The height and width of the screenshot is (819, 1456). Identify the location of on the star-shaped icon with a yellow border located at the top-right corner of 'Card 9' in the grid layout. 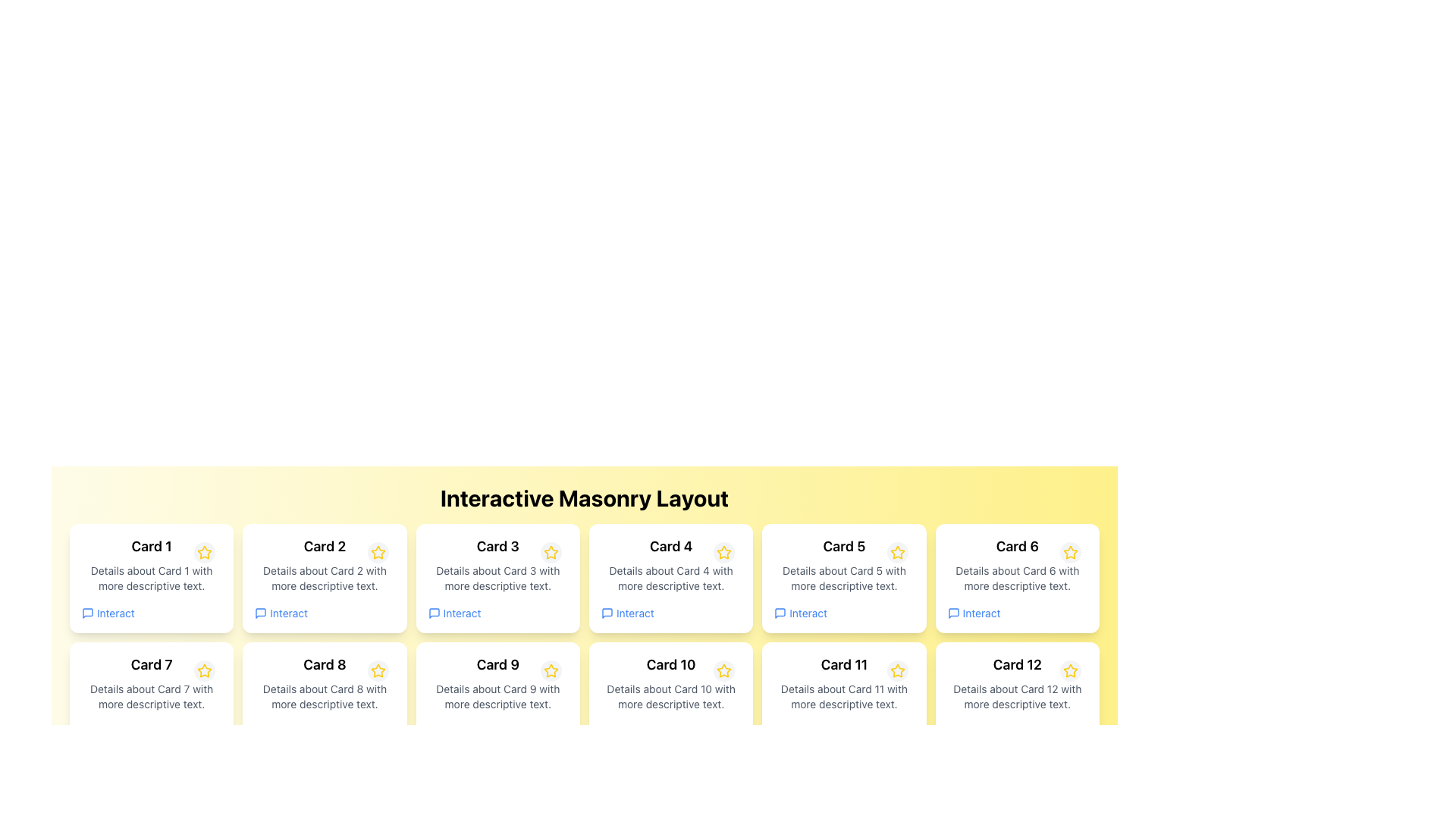
(550, 670).